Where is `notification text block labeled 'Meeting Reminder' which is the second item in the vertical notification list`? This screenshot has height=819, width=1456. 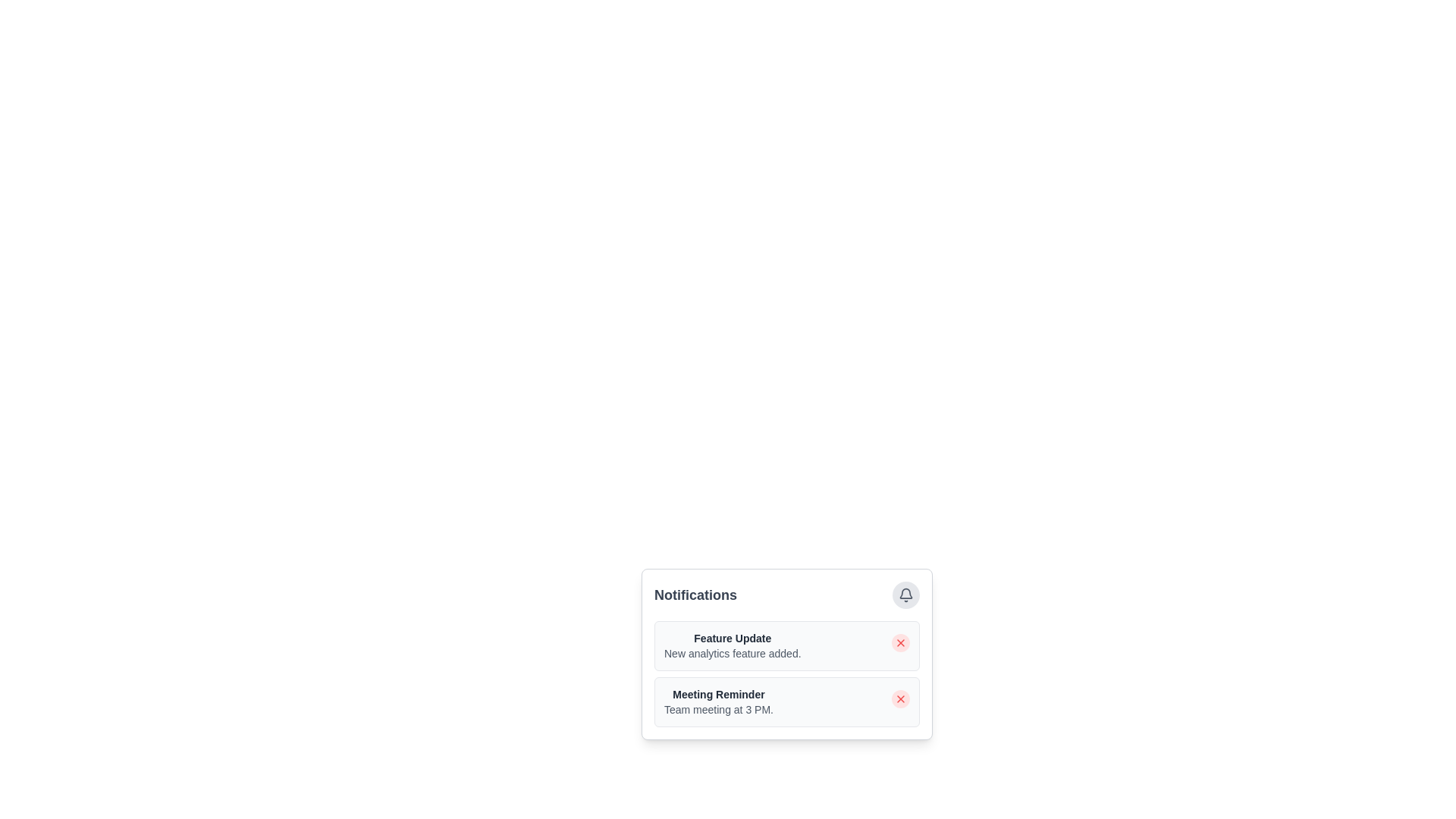
notification text block labeled 'Meeting Reminder' which is the second item in the vertical notification list is located at coordinates (717, 701).